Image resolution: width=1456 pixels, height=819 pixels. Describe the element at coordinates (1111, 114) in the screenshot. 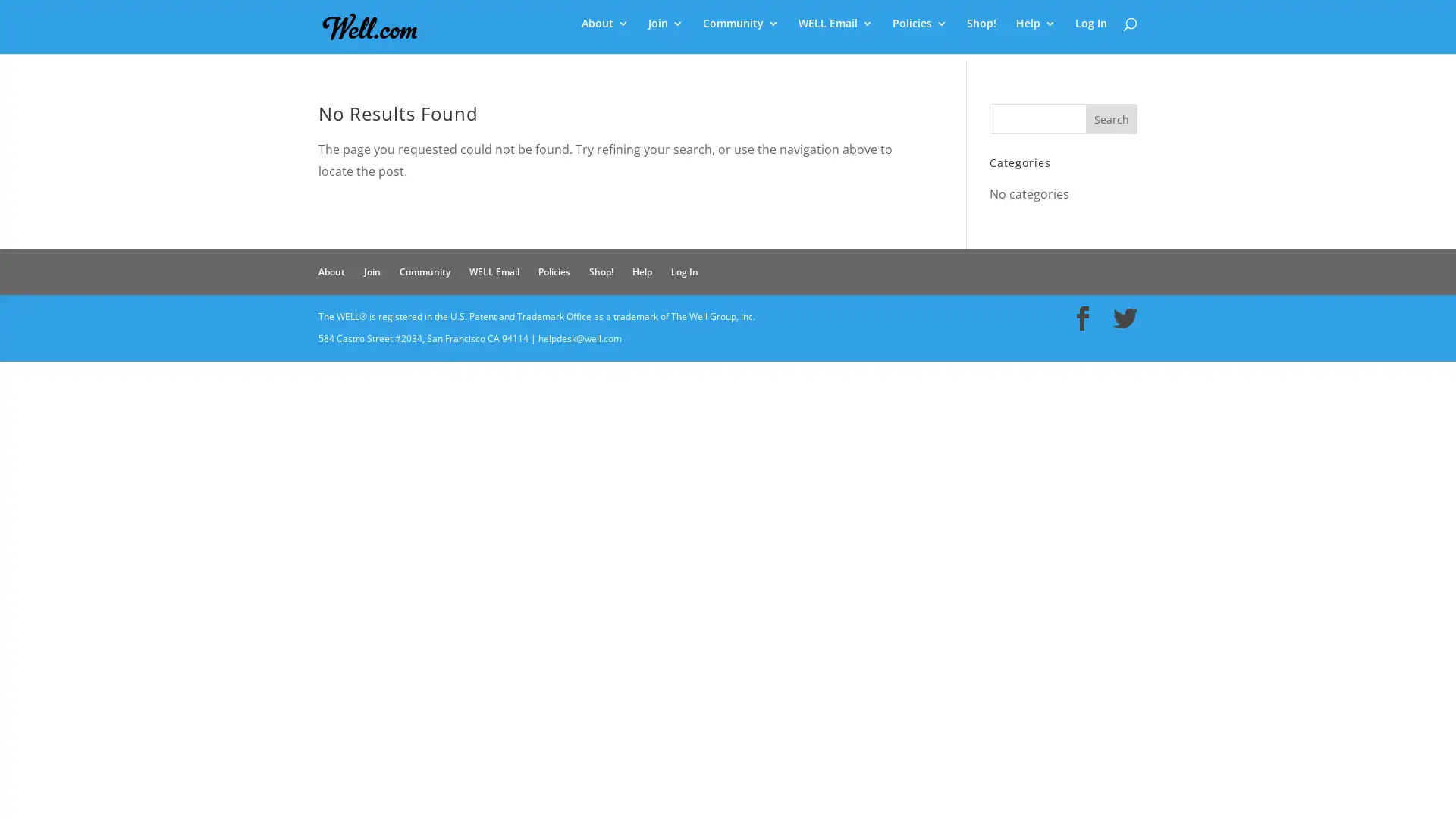

I see `Search` at that location.